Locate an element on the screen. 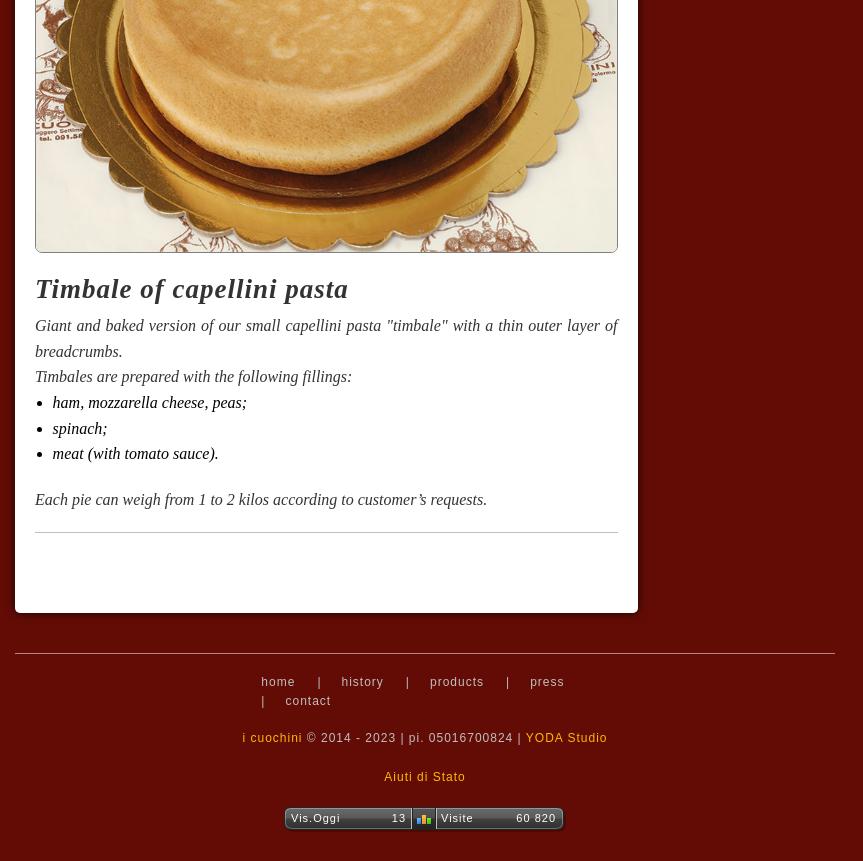  'ham, mozzarella cheese, peas;' is located at coordinates (148, 401).